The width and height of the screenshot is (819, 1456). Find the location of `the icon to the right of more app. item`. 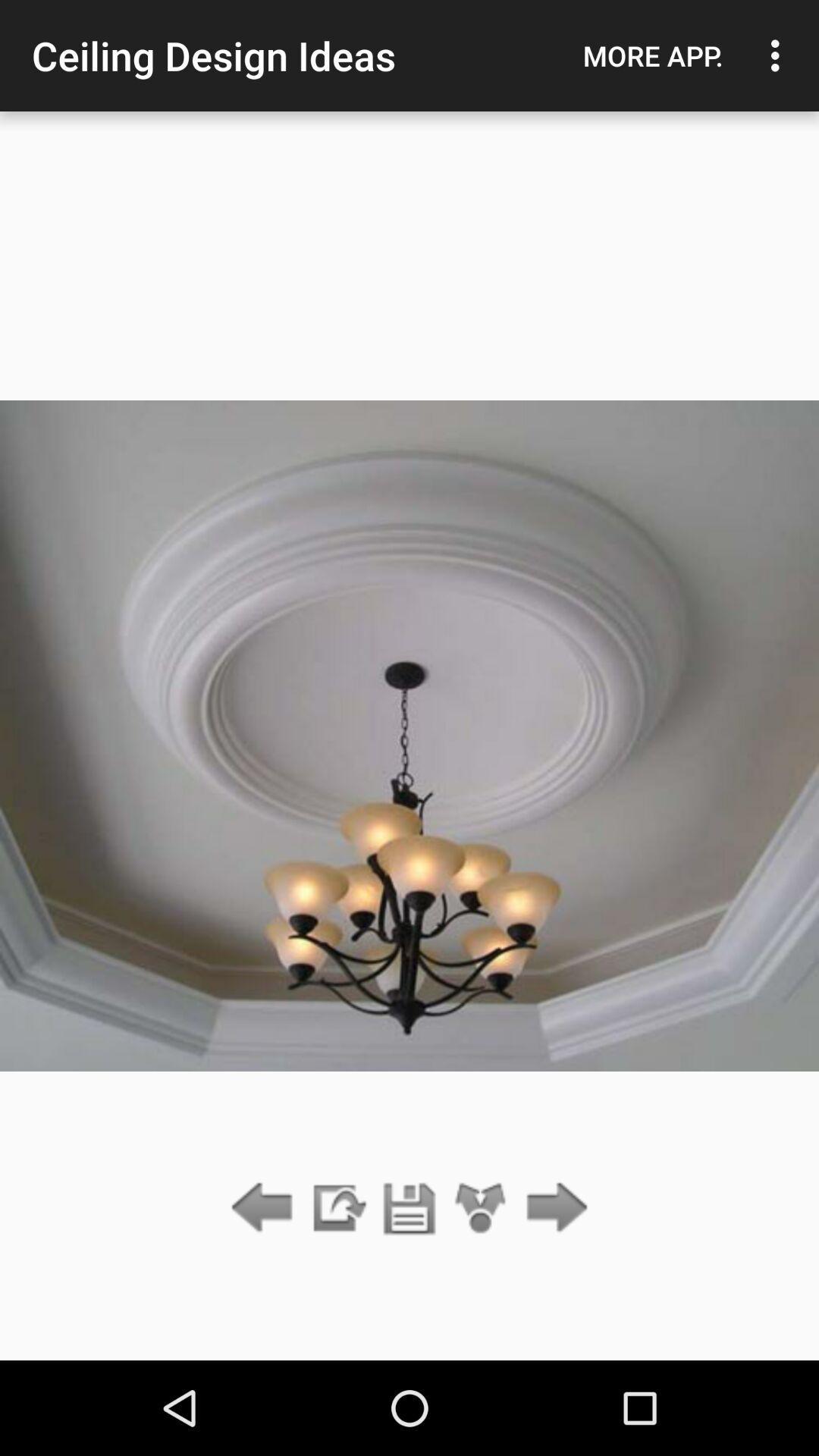

the icon to the right of more app. item is located at coordinates (779, 55).